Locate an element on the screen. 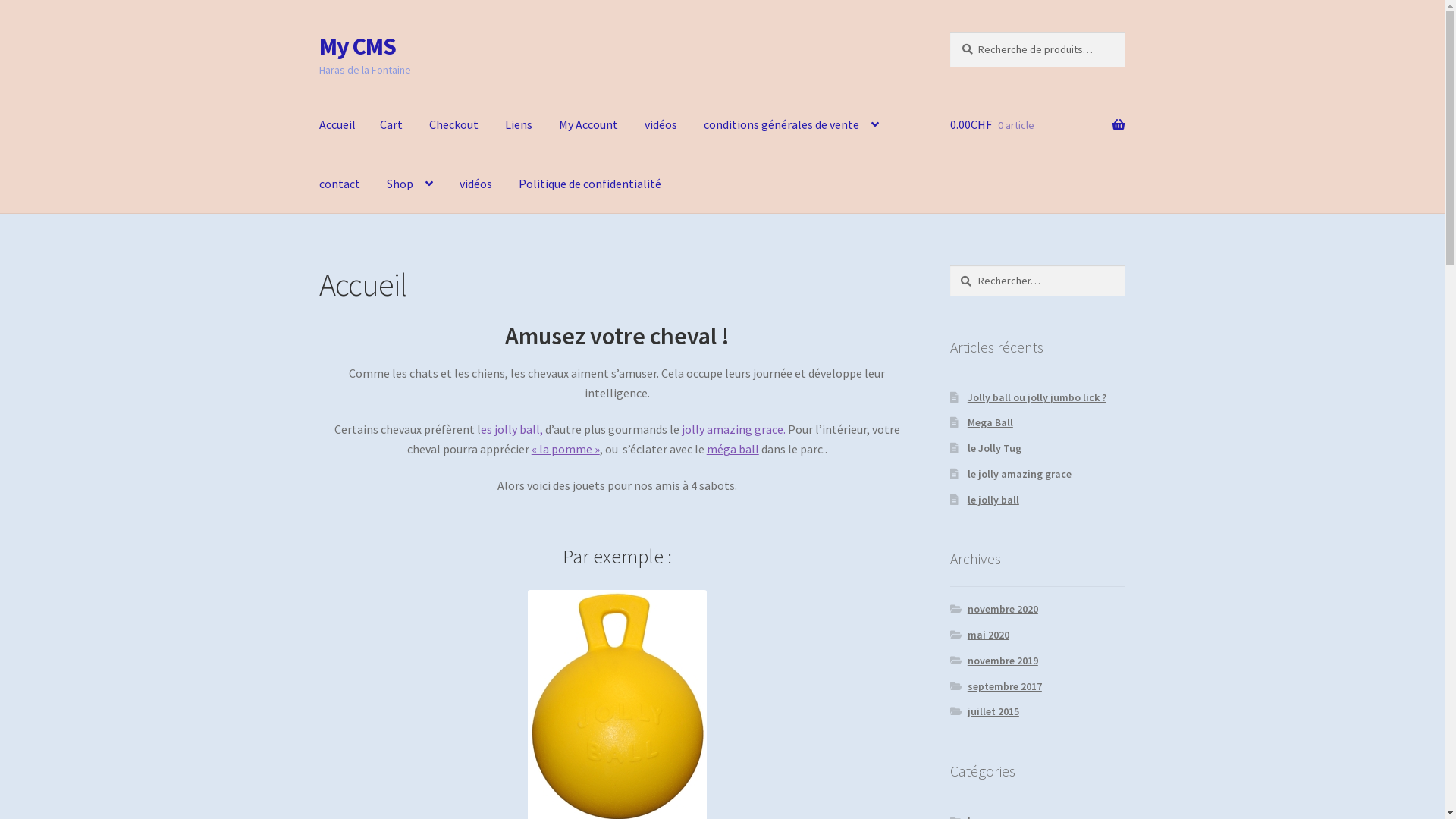 Image resolution: width=1456 pixels, height=819 pixels. 'es jolly ball,' is located at coordinates (479, 429).